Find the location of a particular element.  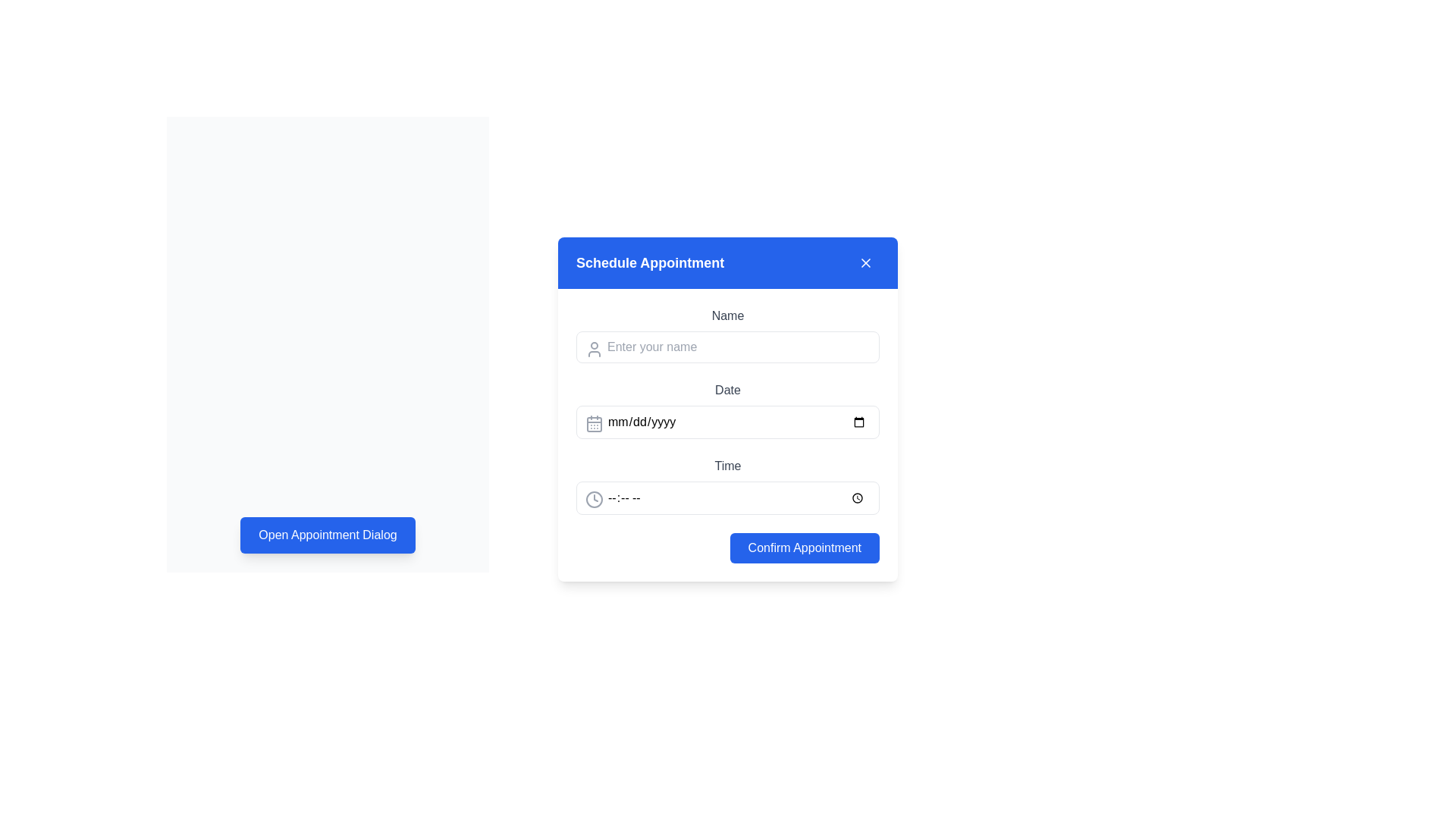

the calendar icon located to the left of the date input field labeled 'Date' in the 'Schedule Appointment' dialog box is located at coordinates (593, 424).